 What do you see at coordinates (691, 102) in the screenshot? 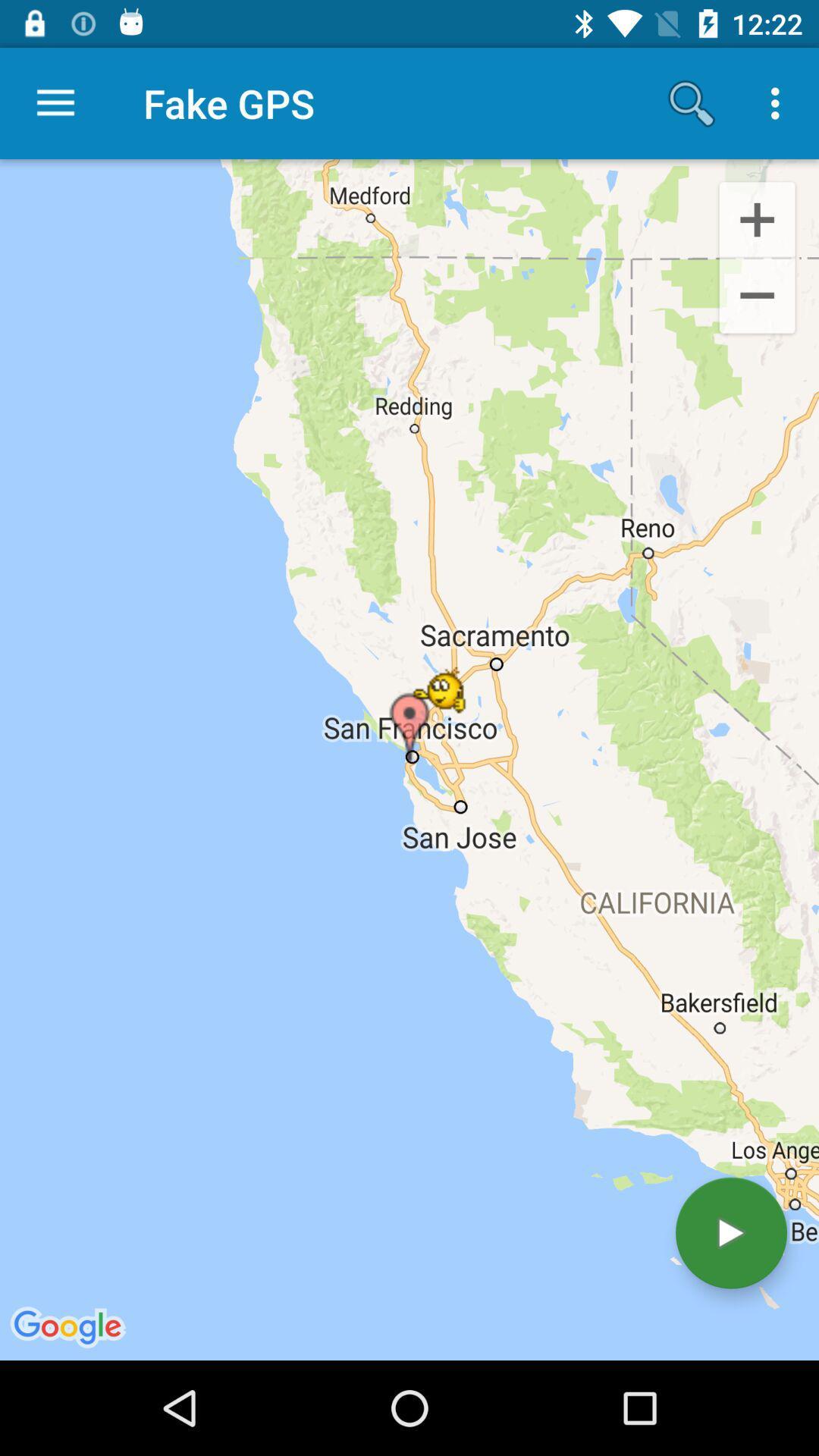
I see `the icon next to fake gps app` at bounding box center [691, 102].